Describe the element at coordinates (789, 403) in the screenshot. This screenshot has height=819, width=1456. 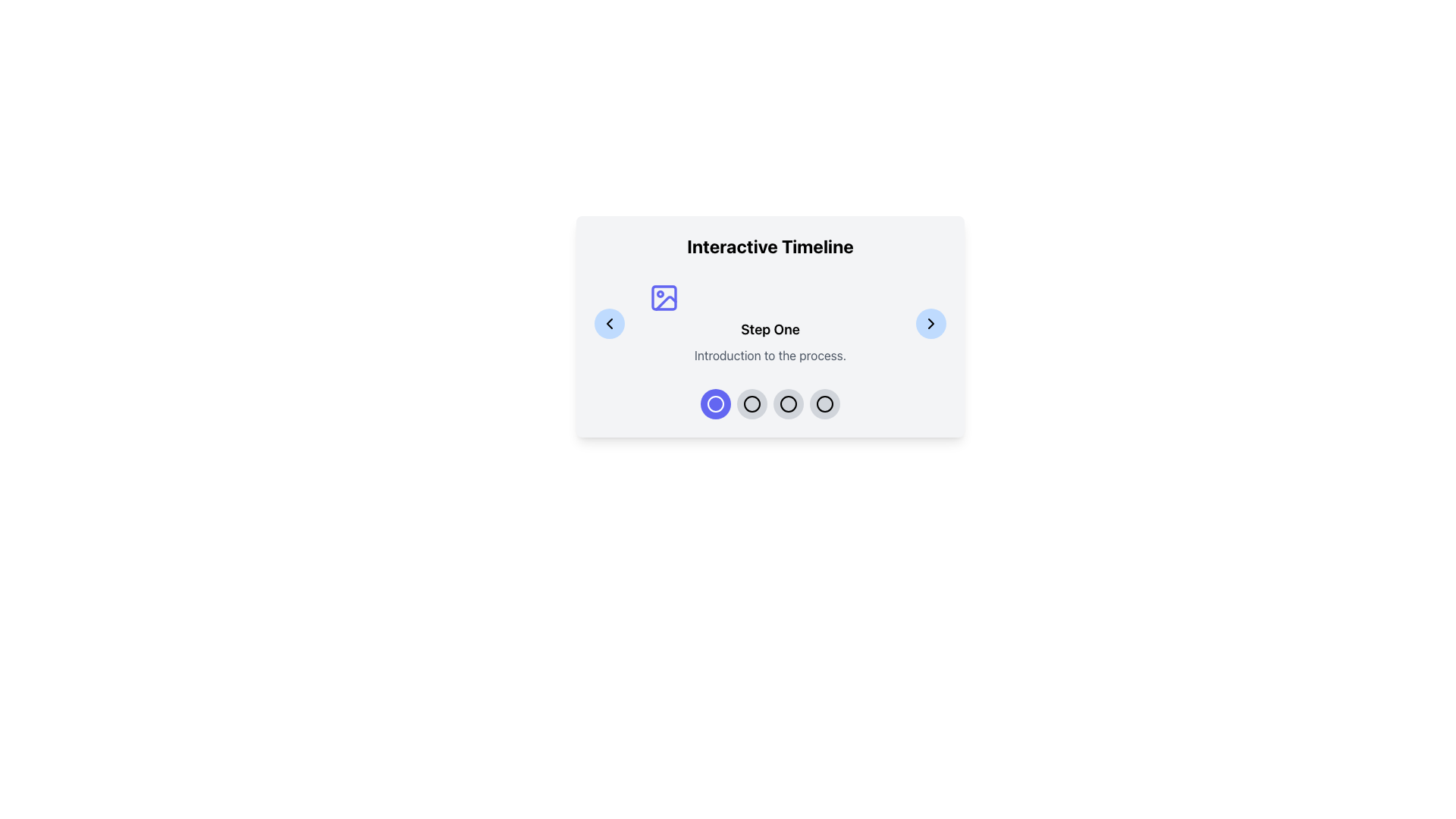
I see `the graphical representation of the third circular SVG element in the row of indicators below the text 'Step One'` at that location.